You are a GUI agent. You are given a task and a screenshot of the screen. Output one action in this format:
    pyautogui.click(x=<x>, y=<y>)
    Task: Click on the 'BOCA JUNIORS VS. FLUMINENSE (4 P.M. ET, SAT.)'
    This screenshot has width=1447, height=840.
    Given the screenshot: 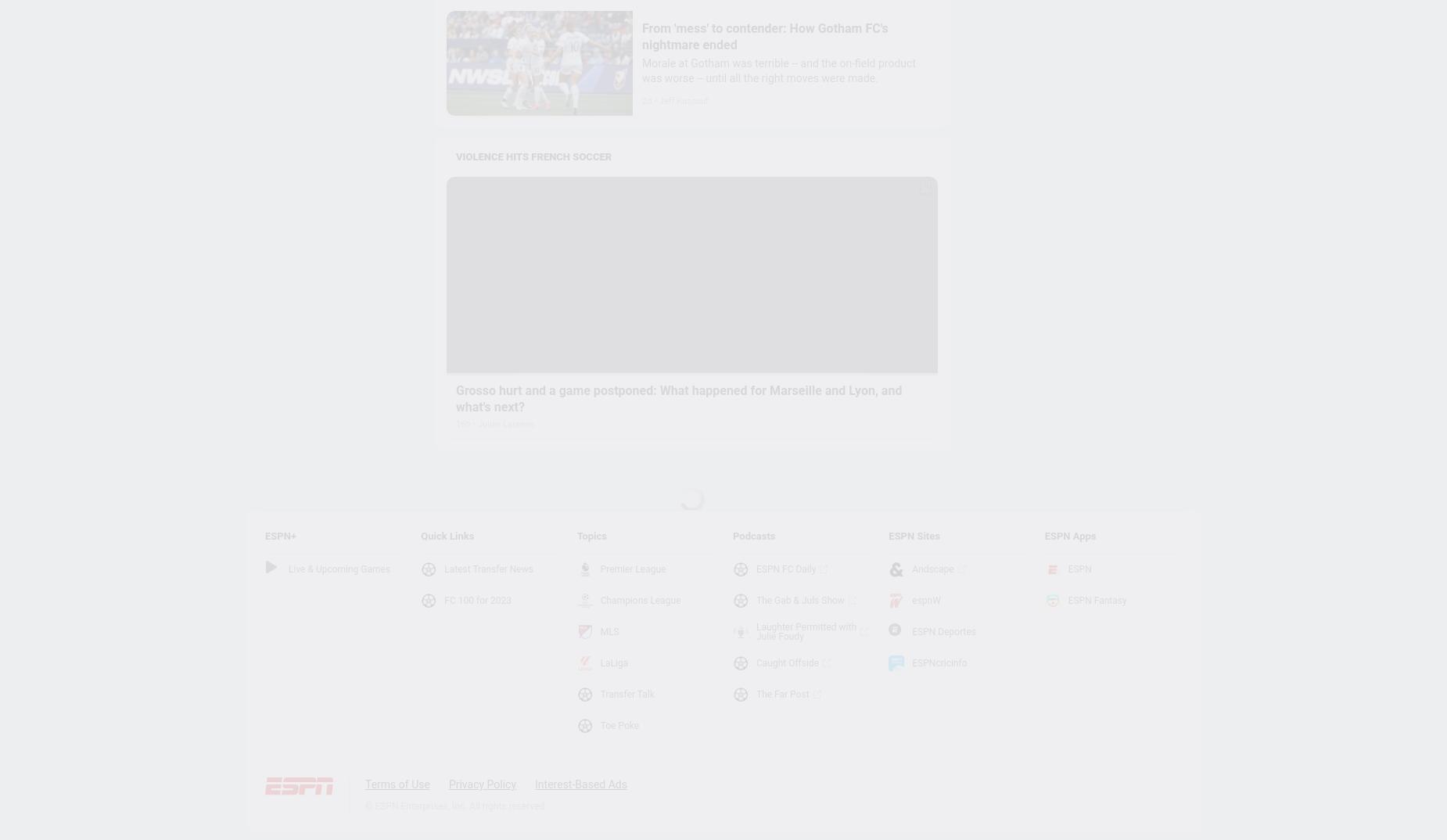 What is the action you would take?
    pyautogui.click(x=583, y=791)
    